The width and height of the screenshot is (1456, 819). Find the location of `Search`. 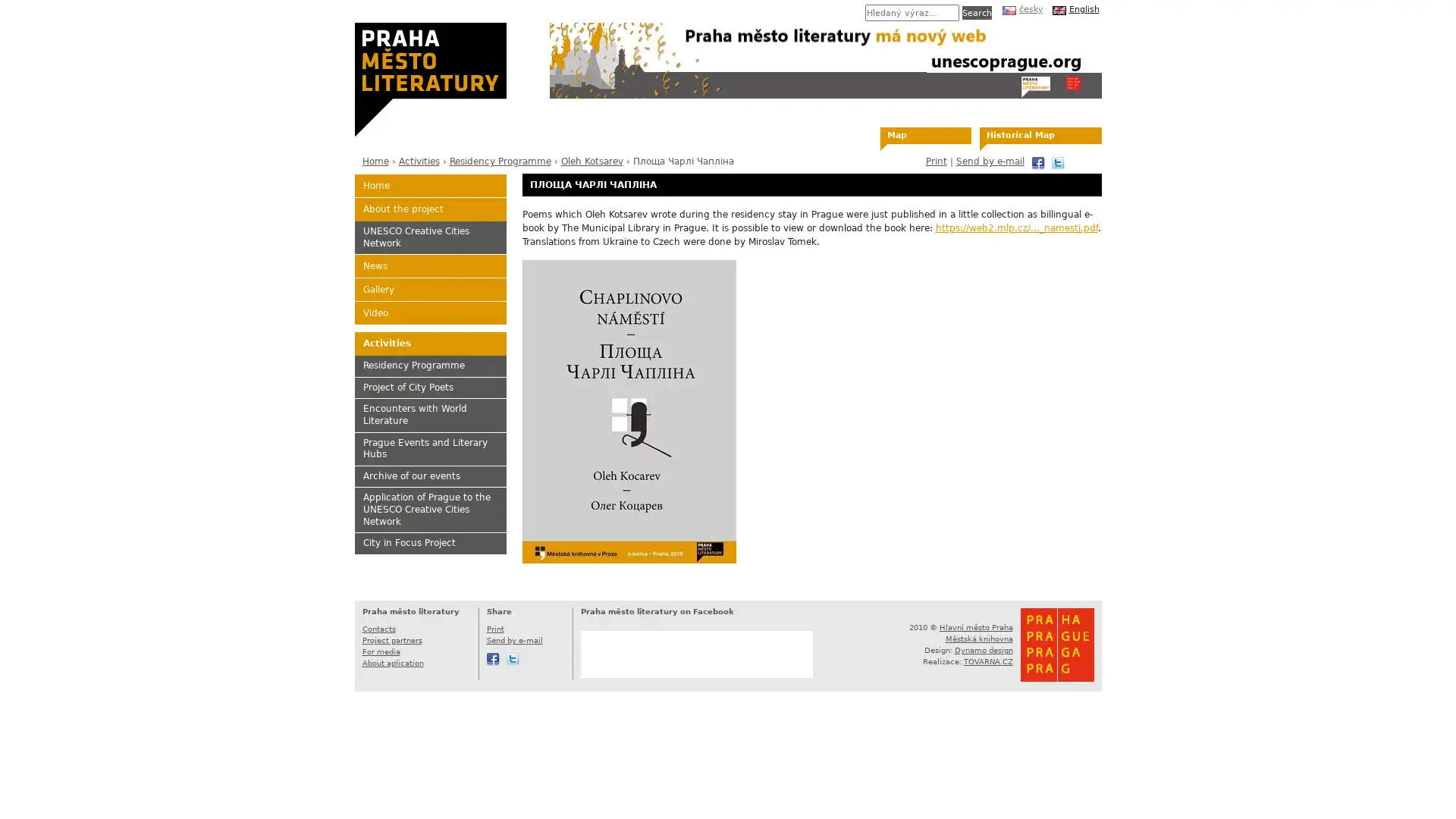

Search is located at coordinates (976, 12).